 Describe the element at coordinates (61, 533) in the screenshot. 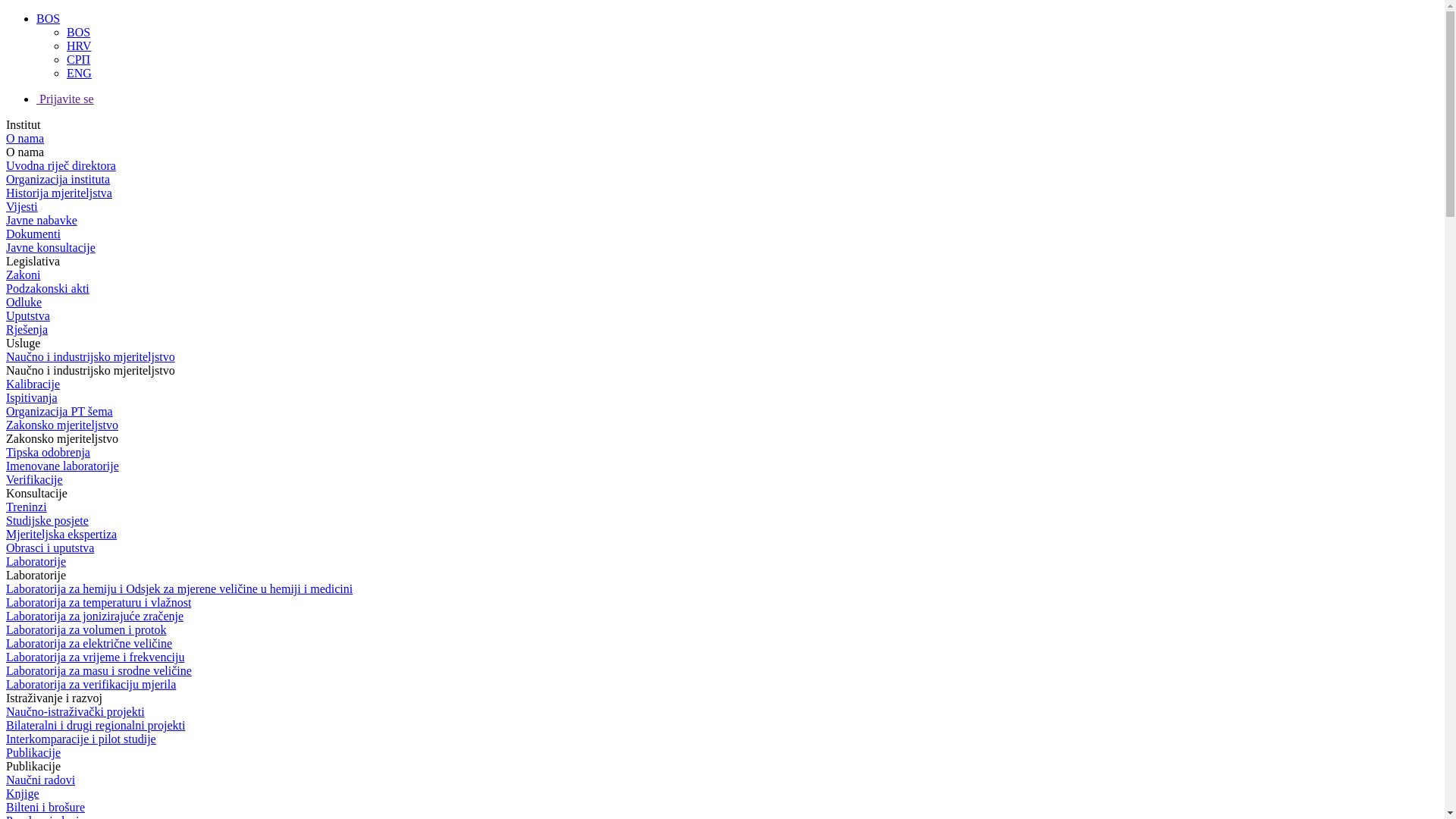

I see `'Mjeriteljska ekspertiza'` at that location.